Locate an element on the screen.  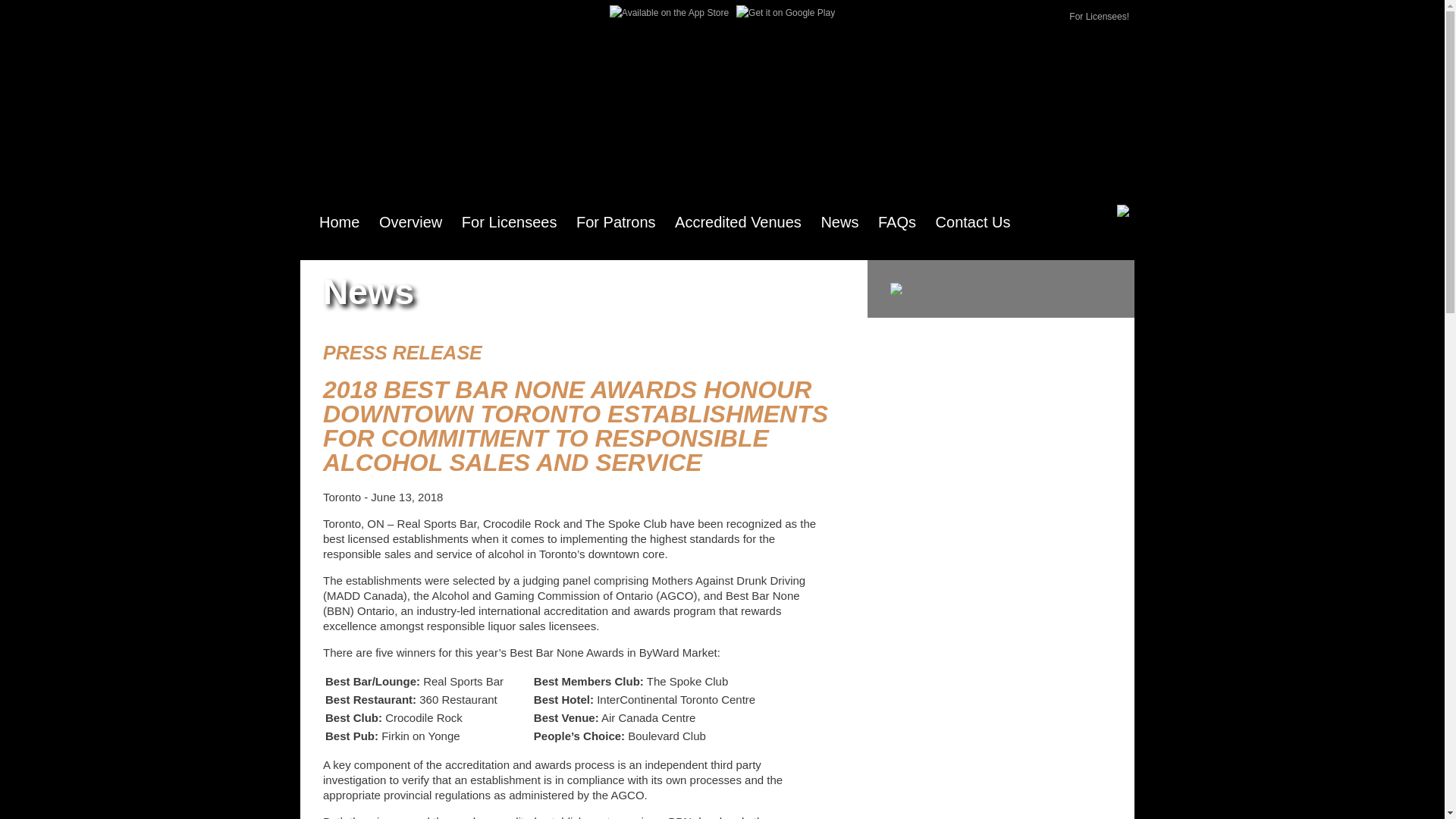
'For Patrons' is located at coordinates (615, 222).